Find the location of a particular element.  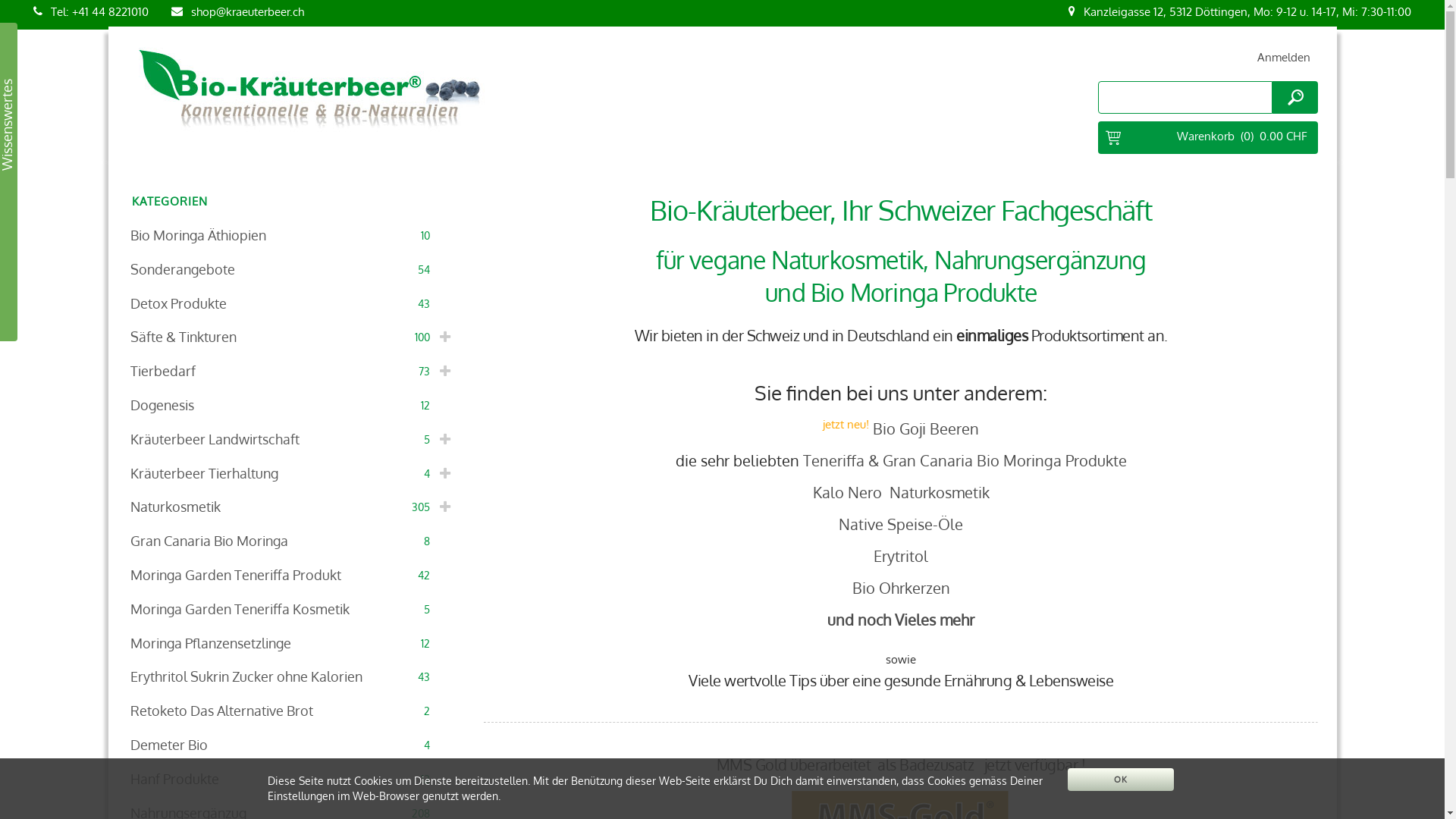

'Kalo Nero  Naturkosmetik' is located at coordinates (901, 491).